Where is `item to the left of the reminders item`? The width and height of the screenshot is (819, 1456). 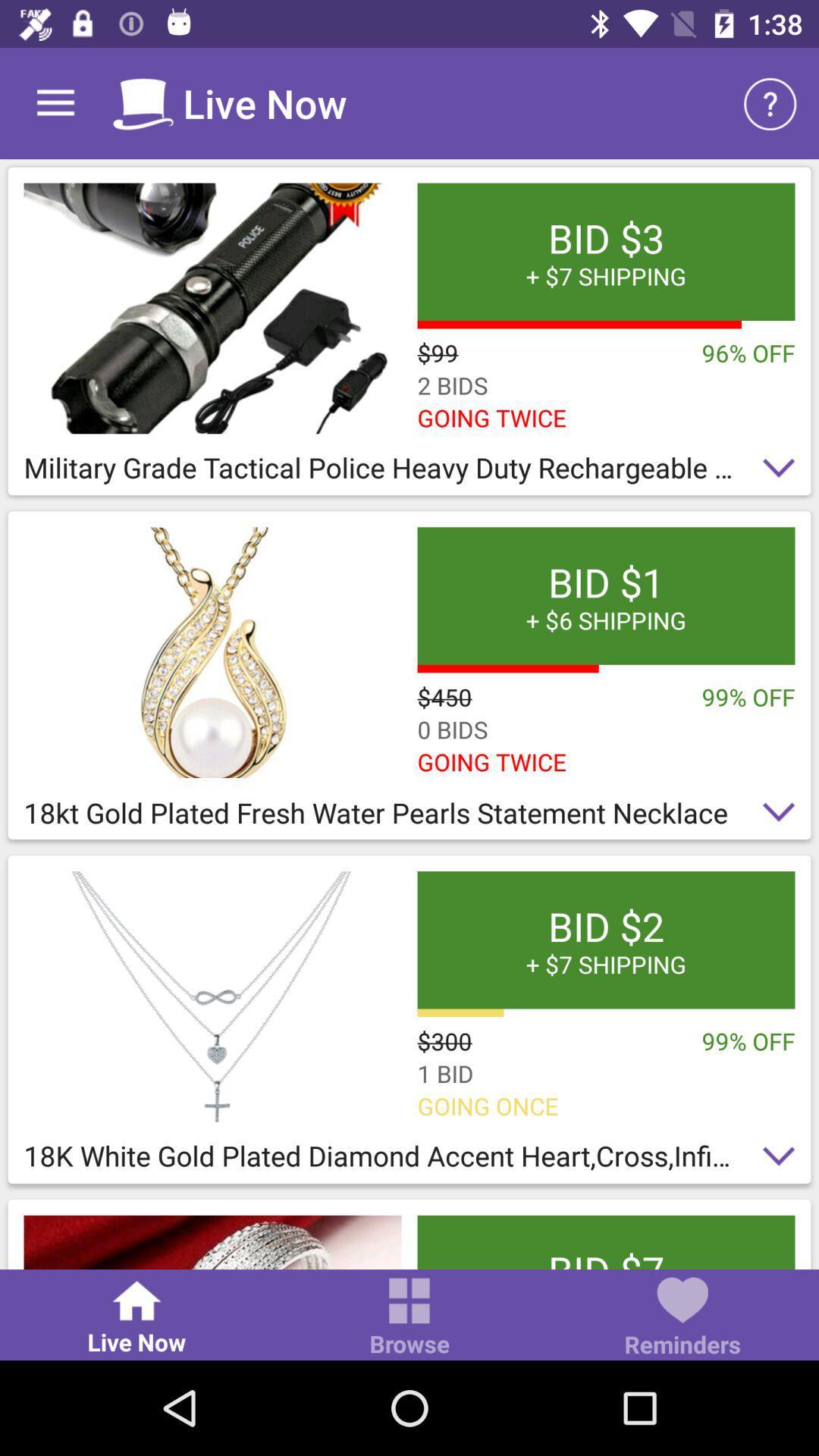 item to the left of the reminders item is located at coordinates (409, 1317).